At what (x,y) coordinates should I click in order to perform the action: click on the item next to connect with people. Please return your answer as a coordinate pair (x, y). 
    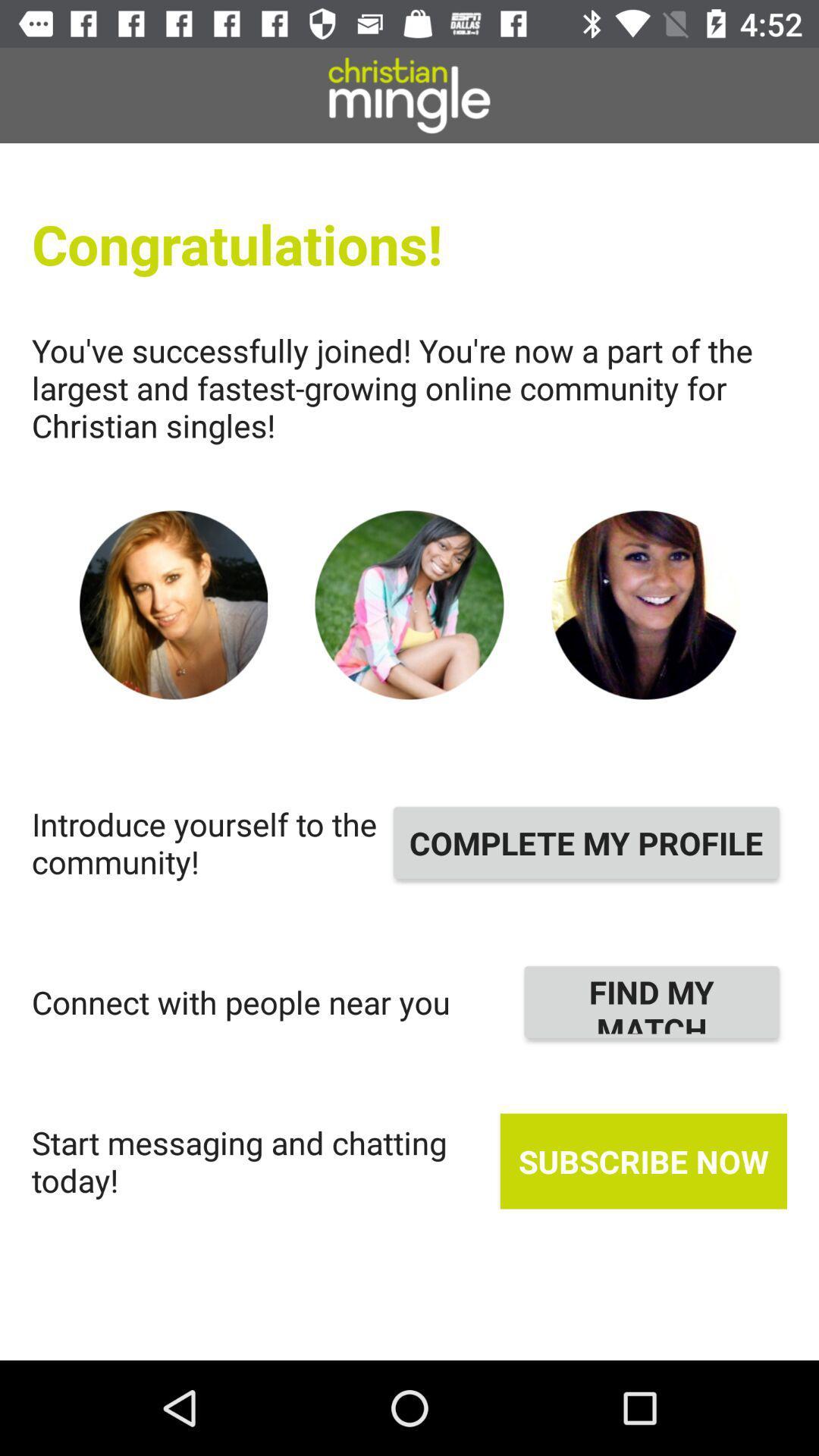
    Looking at the image, I should click on (651, 1002).